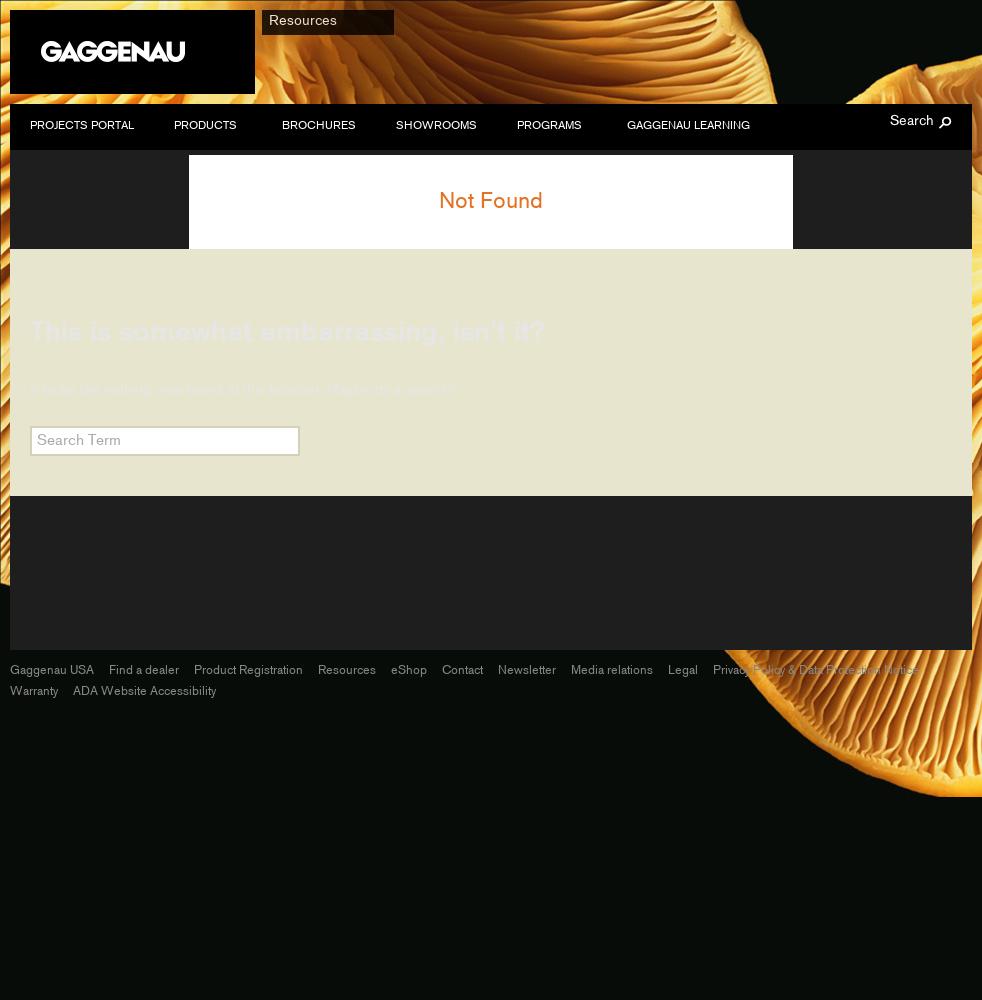  I want to click on 'Media relations', so click(610, 669).